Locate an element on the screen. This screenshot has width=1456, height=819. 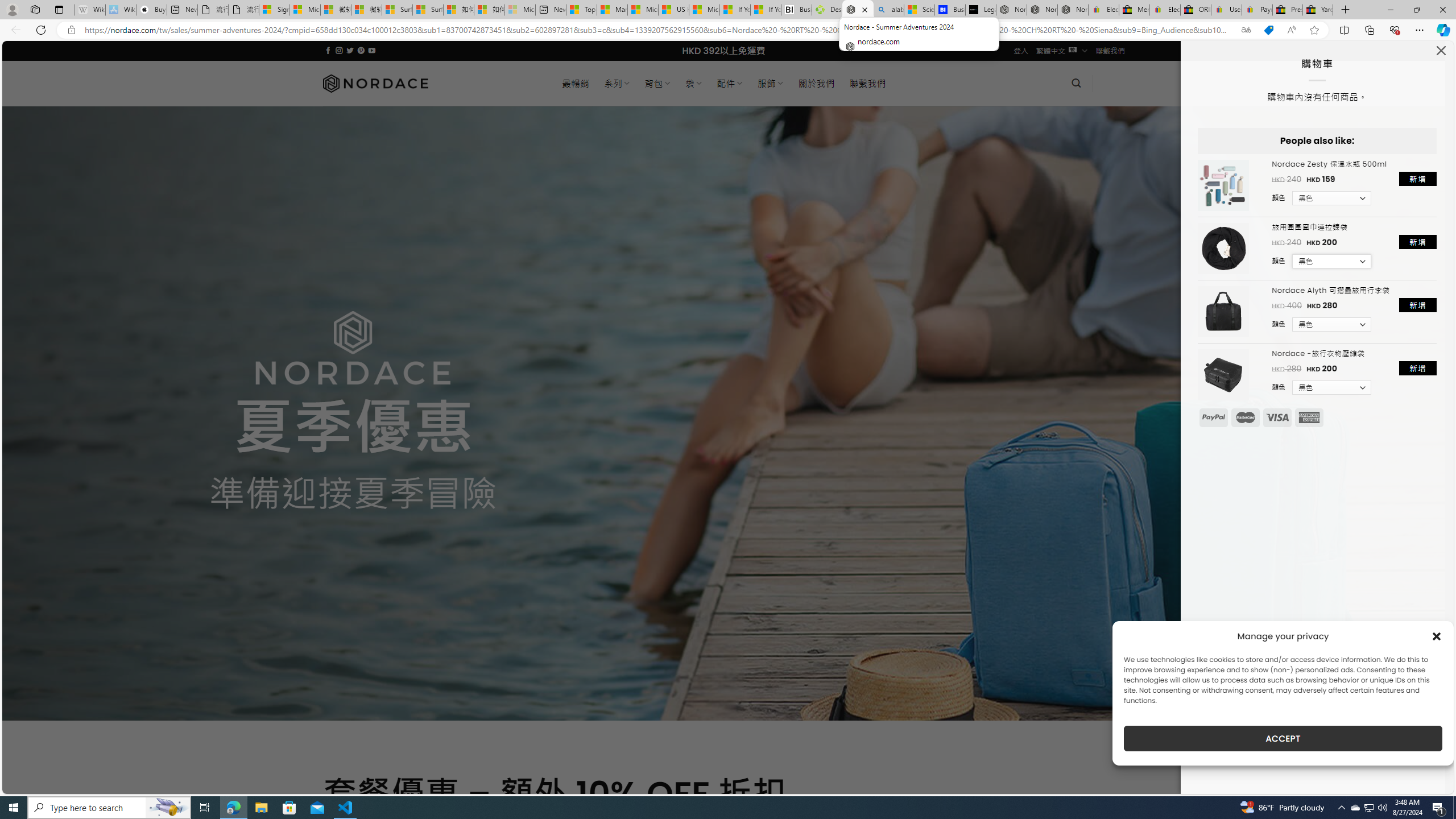
'Class: feather feather-x' is located at coordinates (1440, 50).